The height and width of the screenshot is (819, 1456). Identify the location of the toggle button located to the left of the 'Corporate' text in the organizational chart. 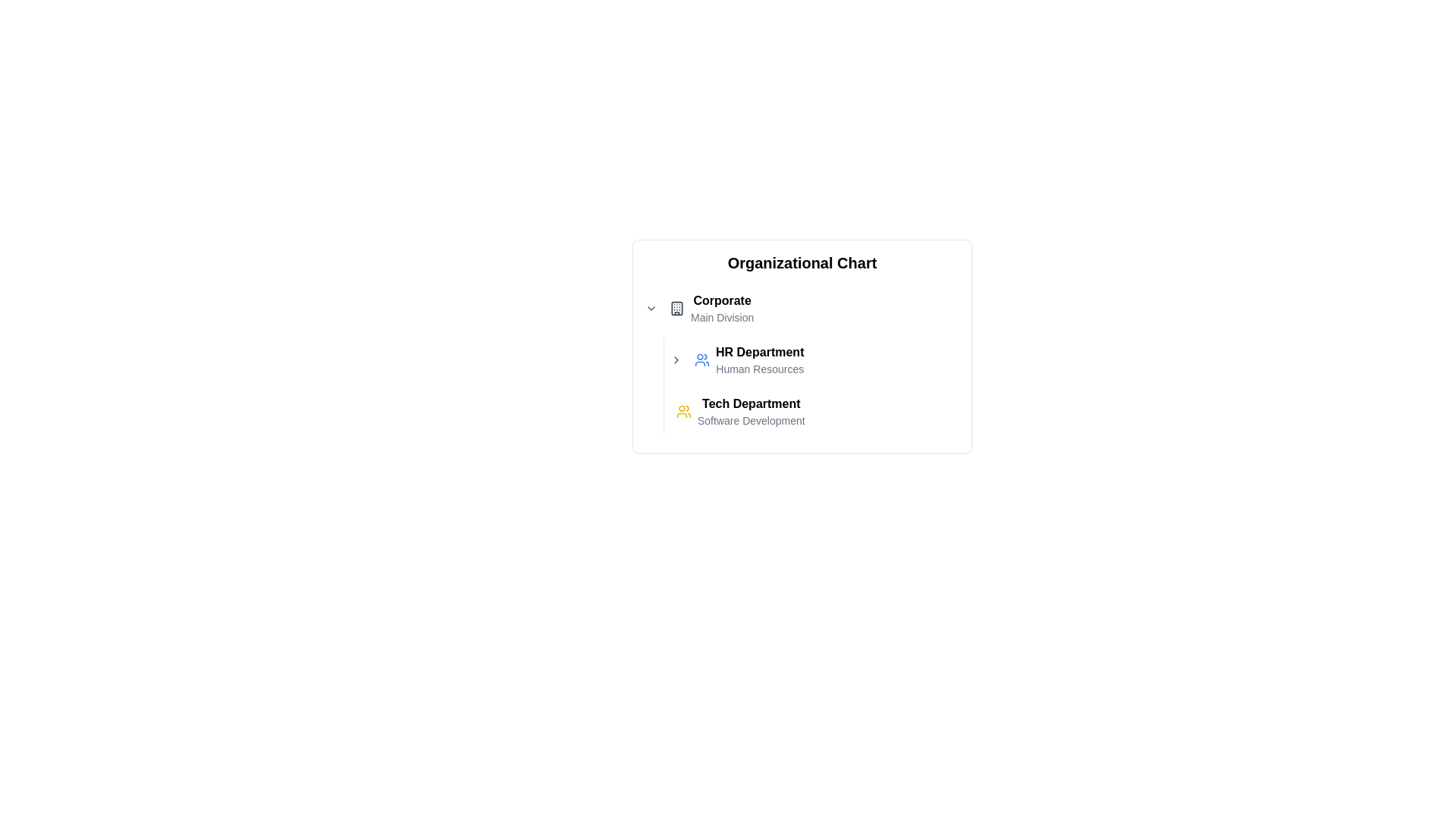
(651, 308).